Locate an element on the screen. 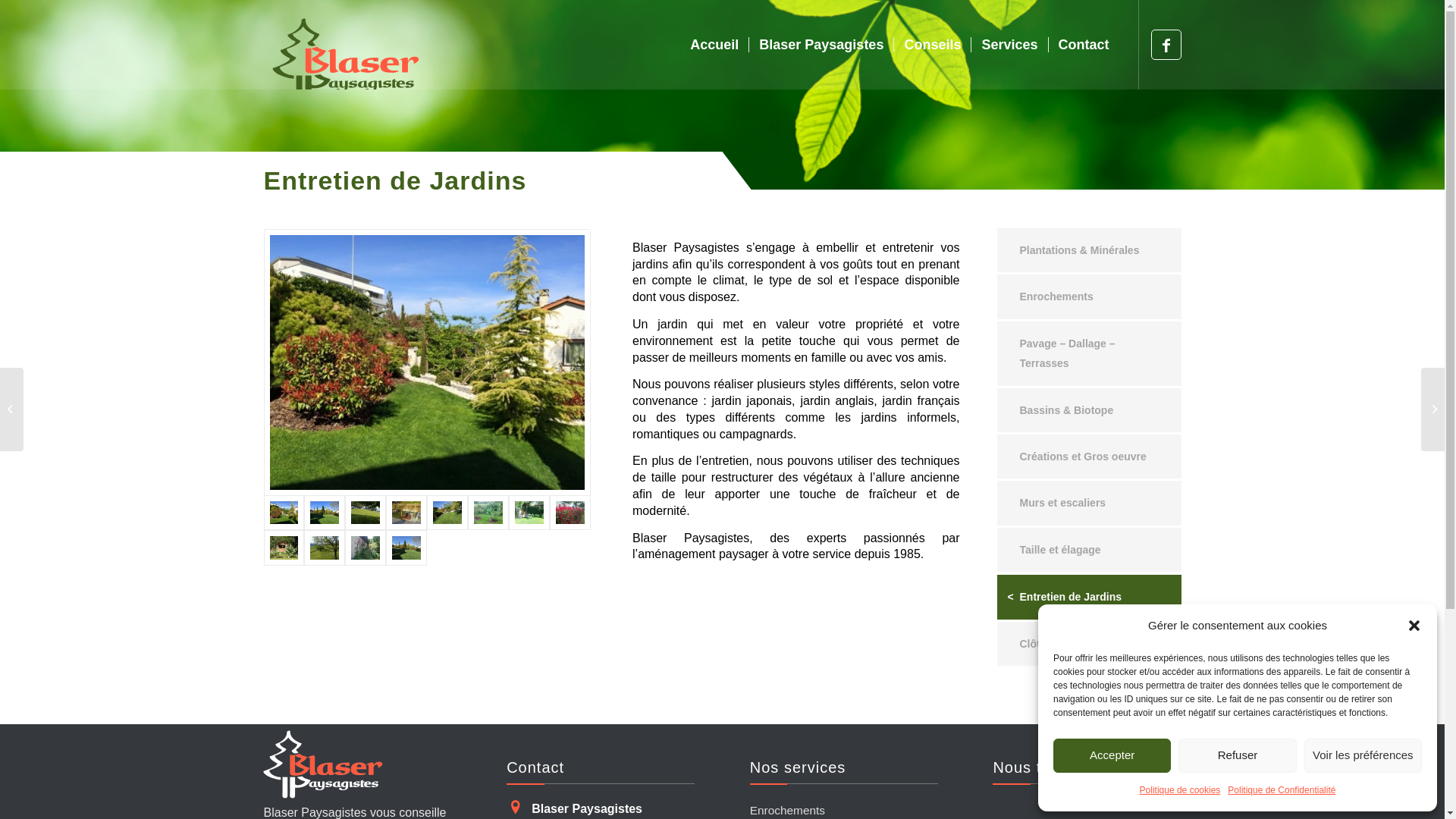 This screenshot has width=1456, height=819. 'Refuser' is located at coordinates (1237, 755).